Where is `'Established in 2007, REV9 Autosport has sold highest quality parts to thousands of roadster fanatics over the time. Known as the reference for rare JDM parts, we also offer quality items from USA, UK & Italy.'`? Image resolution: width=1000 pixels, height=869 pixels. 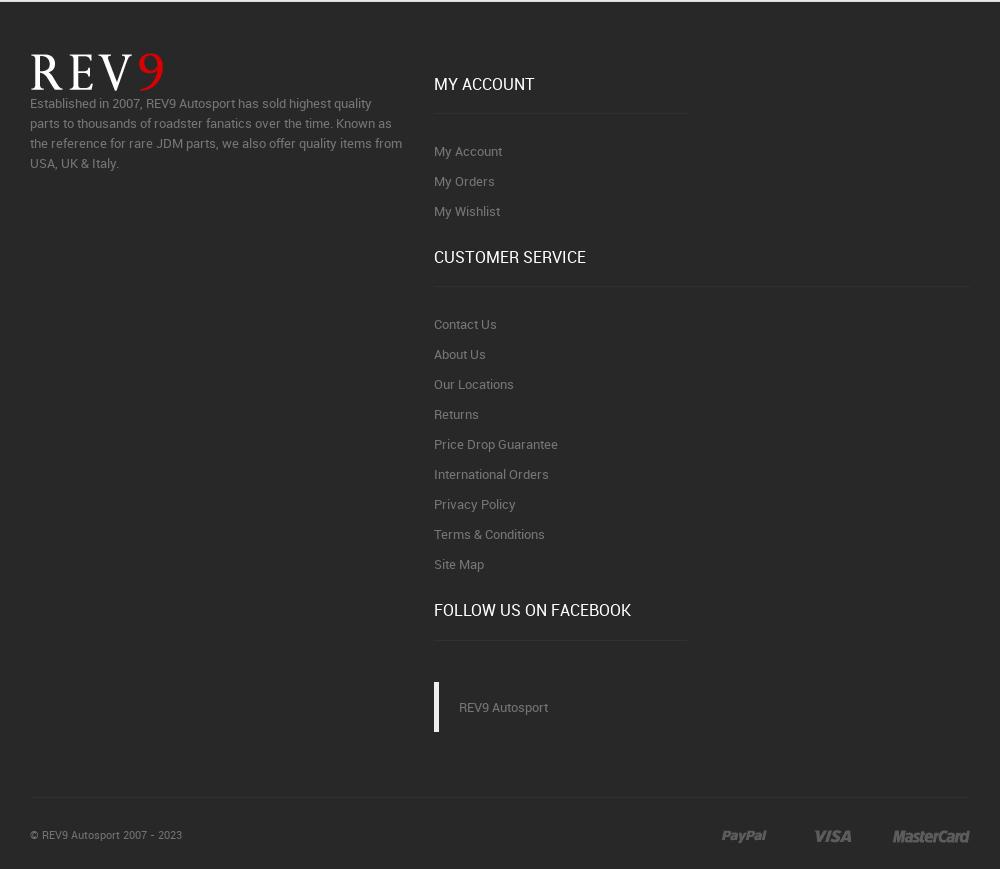 'Established in 2007, REV9 Autosport has sold highest quality parts to thousands of roadster fanatics over the time. Known as the reference for rare JDM parts, we also offer quality items from USA, UK & Italy.' is located at coordinates (215, 131).